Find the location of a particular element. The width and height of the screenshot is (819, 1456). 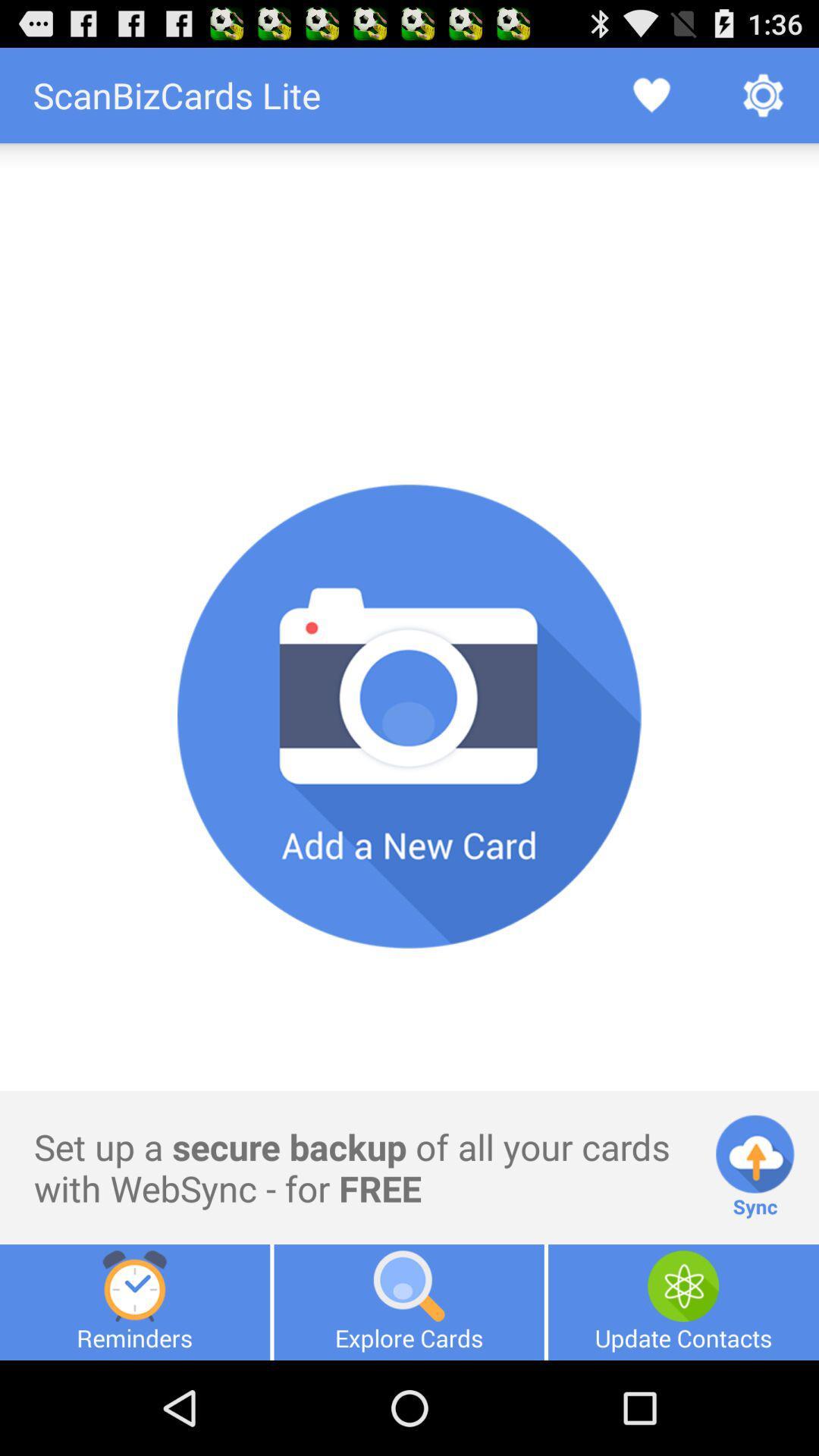

explore cards icon is located at coordinates (408, 1301).